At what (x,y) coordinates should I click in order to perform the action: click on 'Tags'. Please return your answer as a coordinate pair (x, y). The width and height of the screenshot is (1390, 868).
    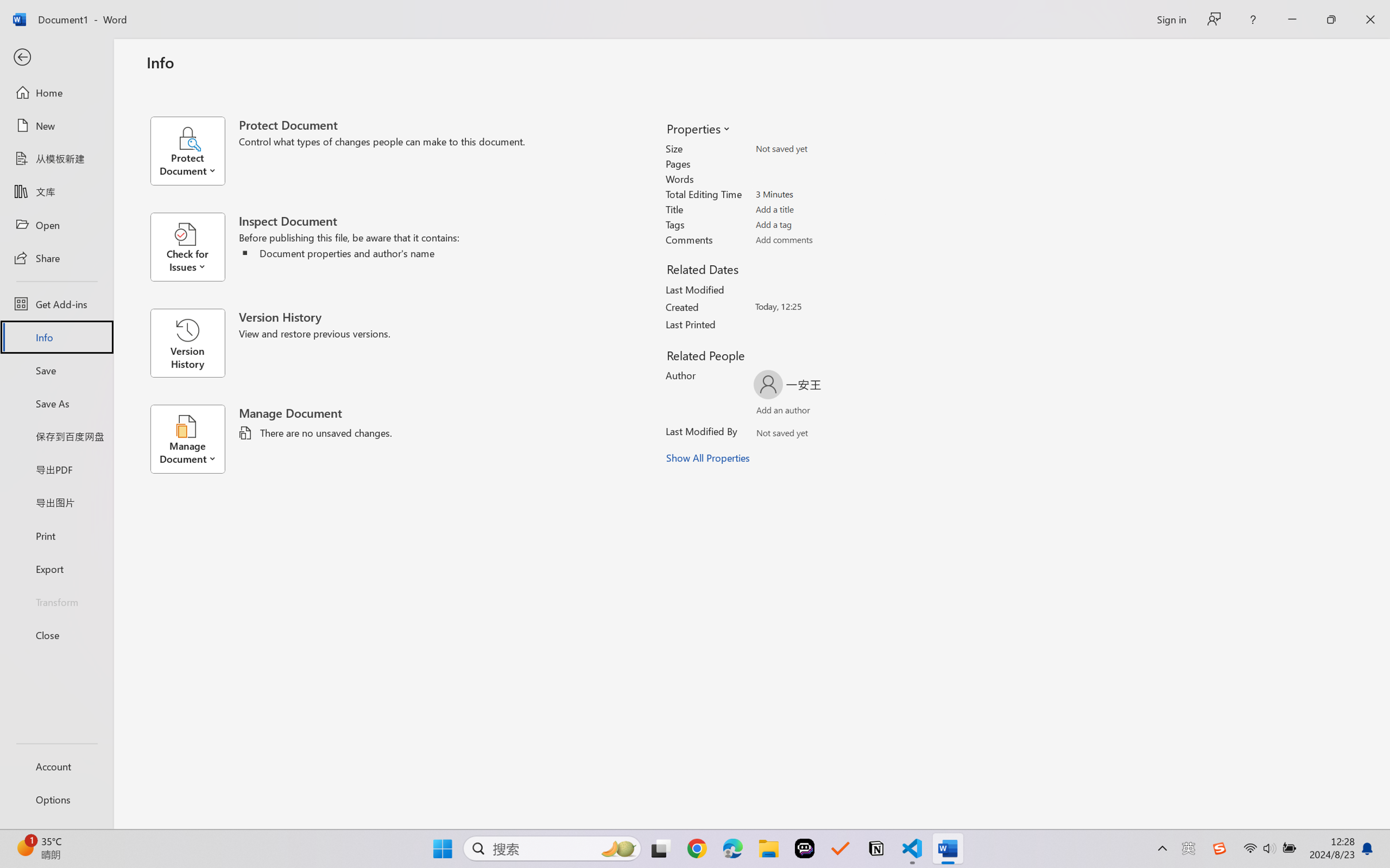
    Looking at the image, I should click on (819, 224).